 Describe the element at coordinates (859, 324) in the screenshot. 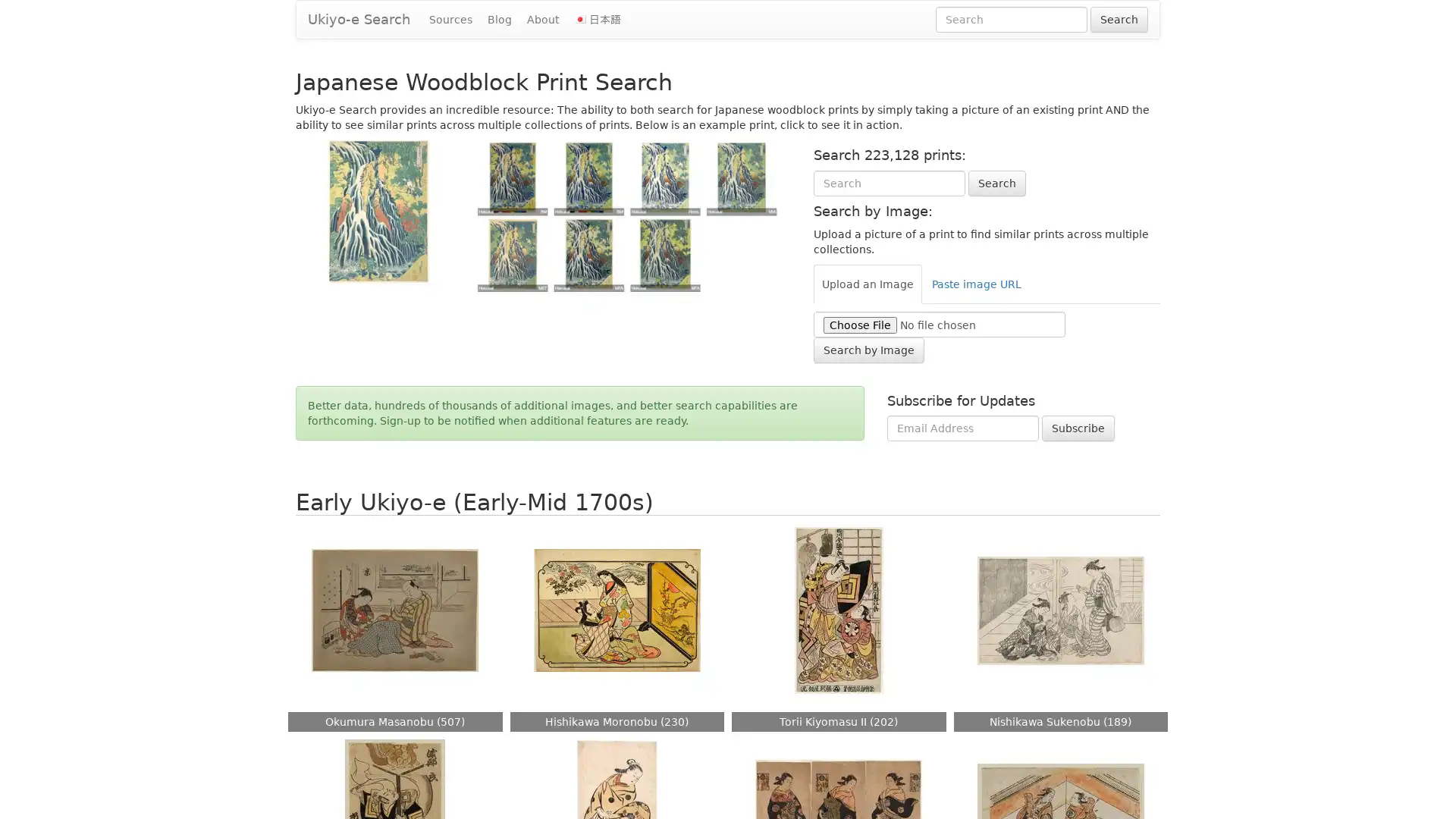

I see `Choose File` at that location.